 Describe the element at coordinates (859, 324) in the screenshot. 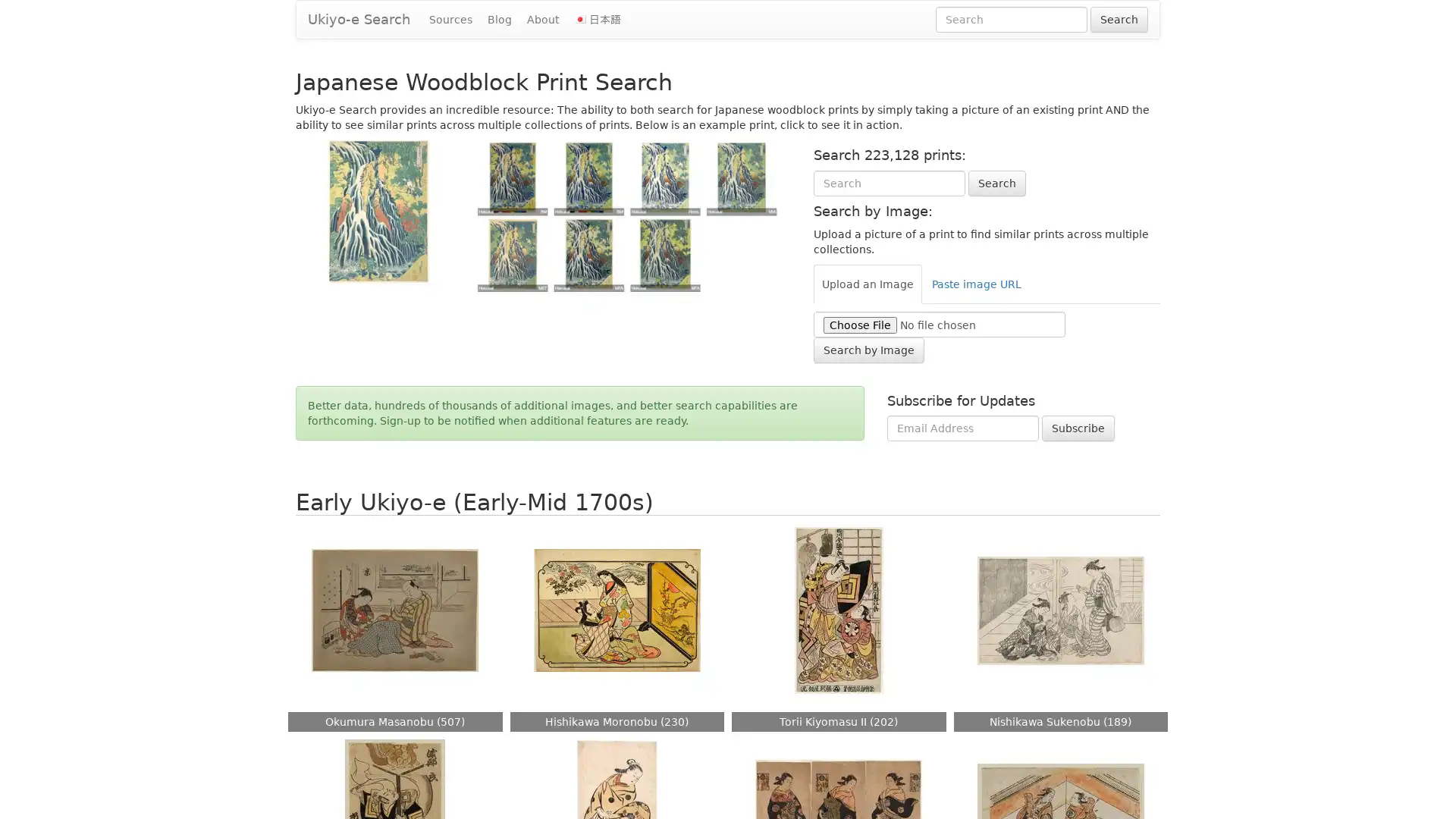

I see `Choose File` at that location.